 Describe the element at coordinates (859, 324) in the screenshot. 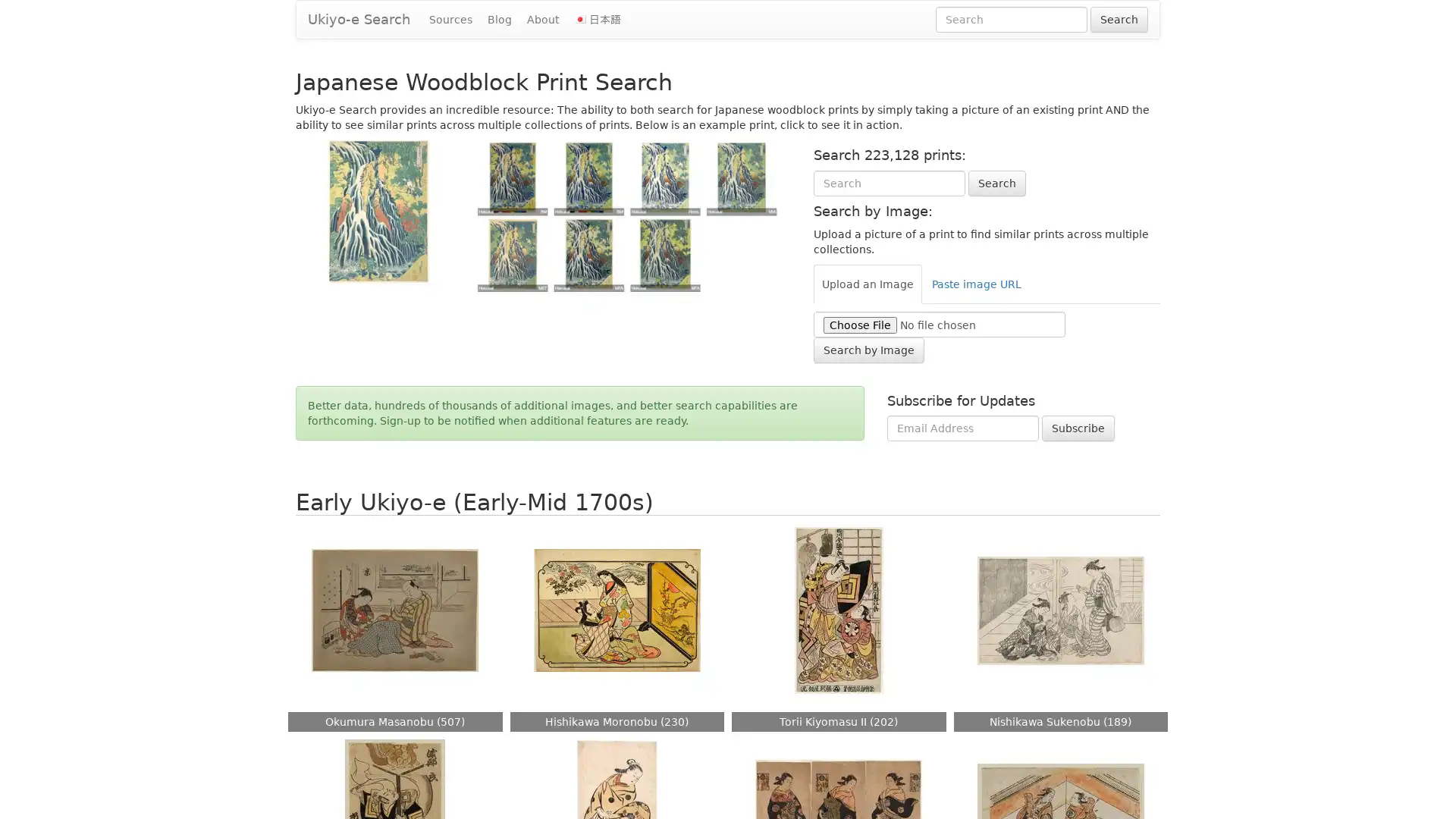

I see `Choose File` at that location.